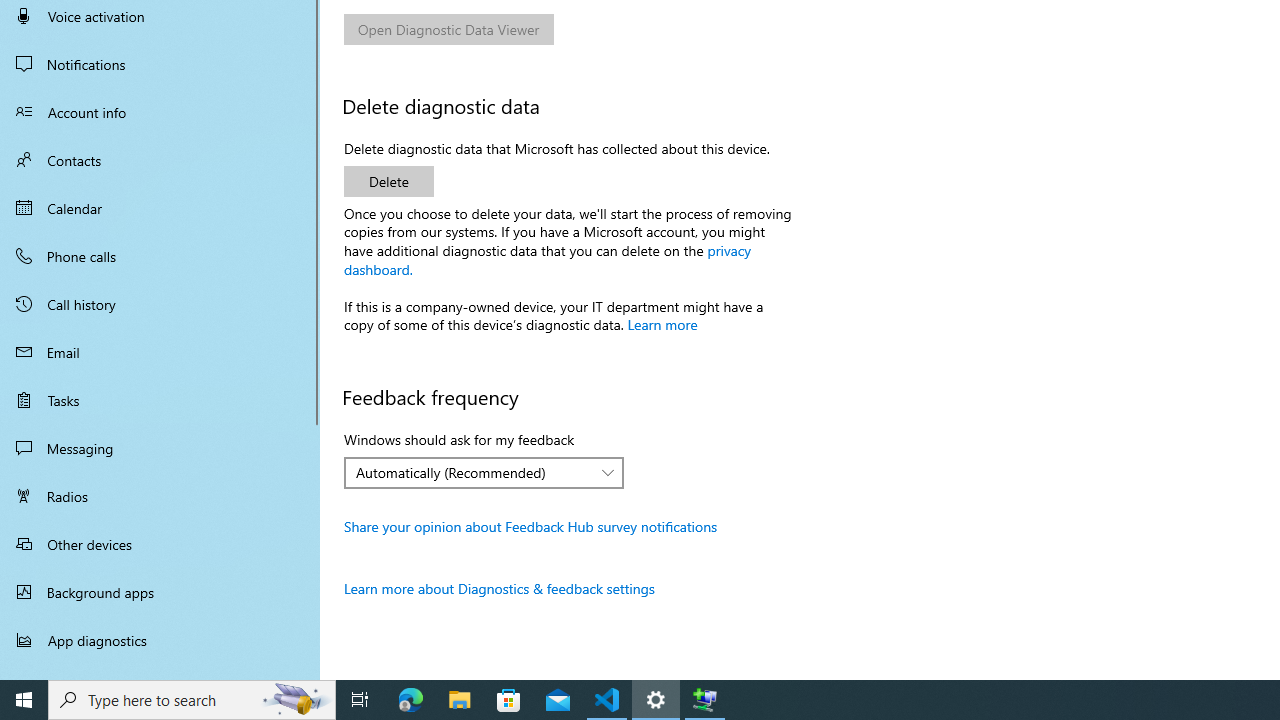  I want to click on 'Radios', so click(160, 495).